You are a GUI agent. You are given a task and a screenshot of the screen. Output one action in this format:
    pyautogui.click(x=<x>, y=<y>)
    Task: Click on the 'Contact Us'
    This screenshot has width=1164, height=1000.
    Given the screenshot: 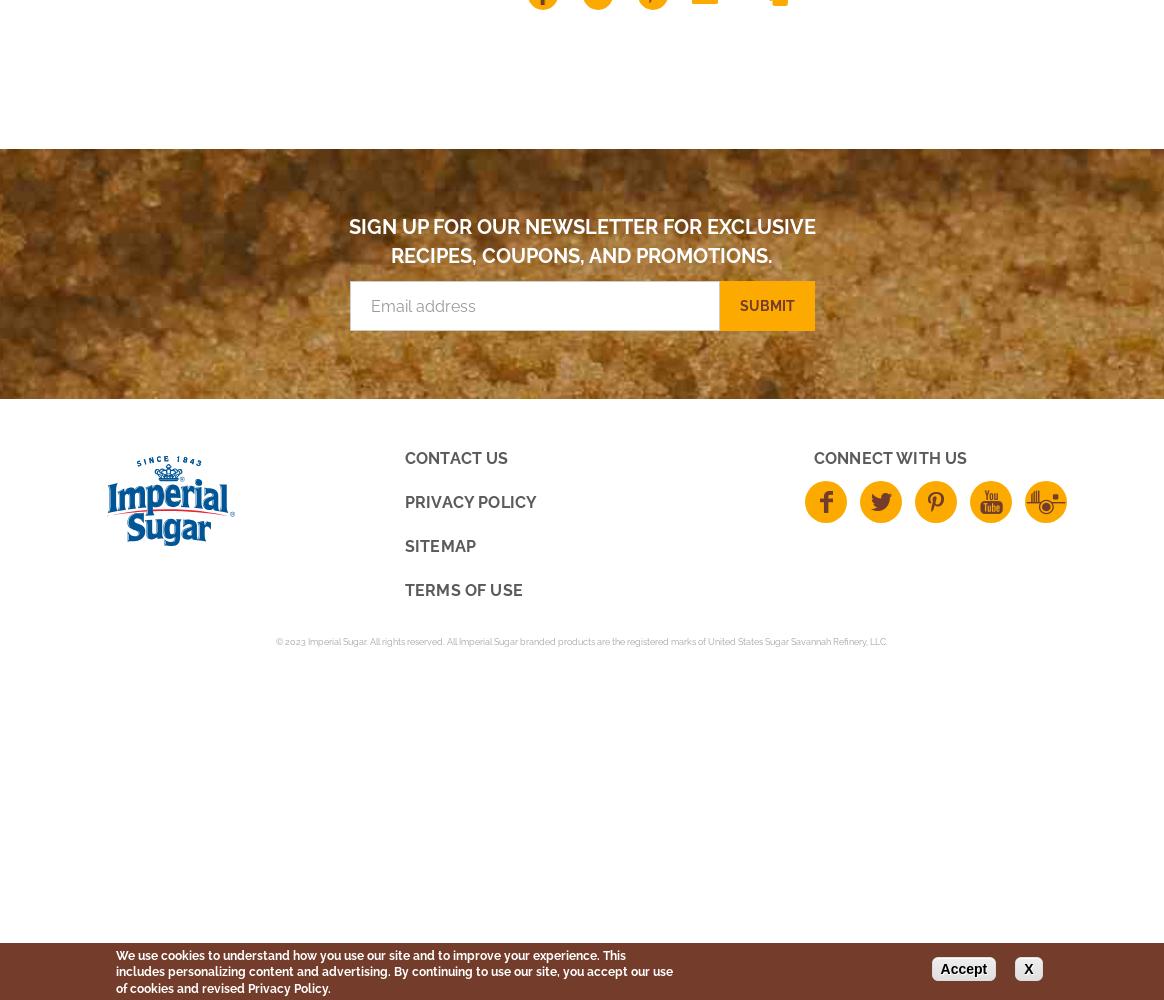 What is the action you would take?
    pyautogui.click(x=455, y=457)
    